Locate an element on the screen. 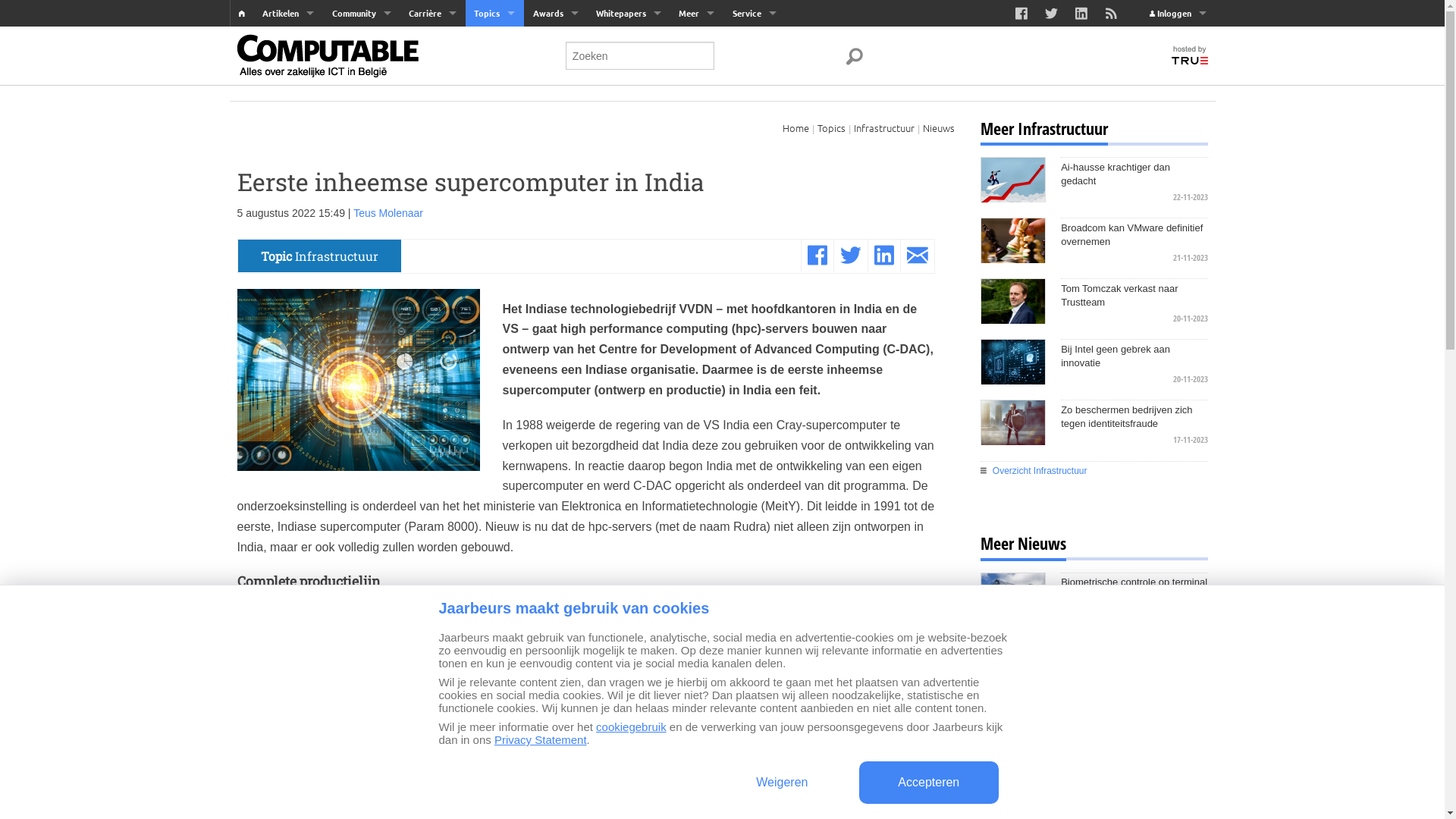 This screenshot has width=1456, height=819. 'Nieuws' is located at coordinates (937, 127).